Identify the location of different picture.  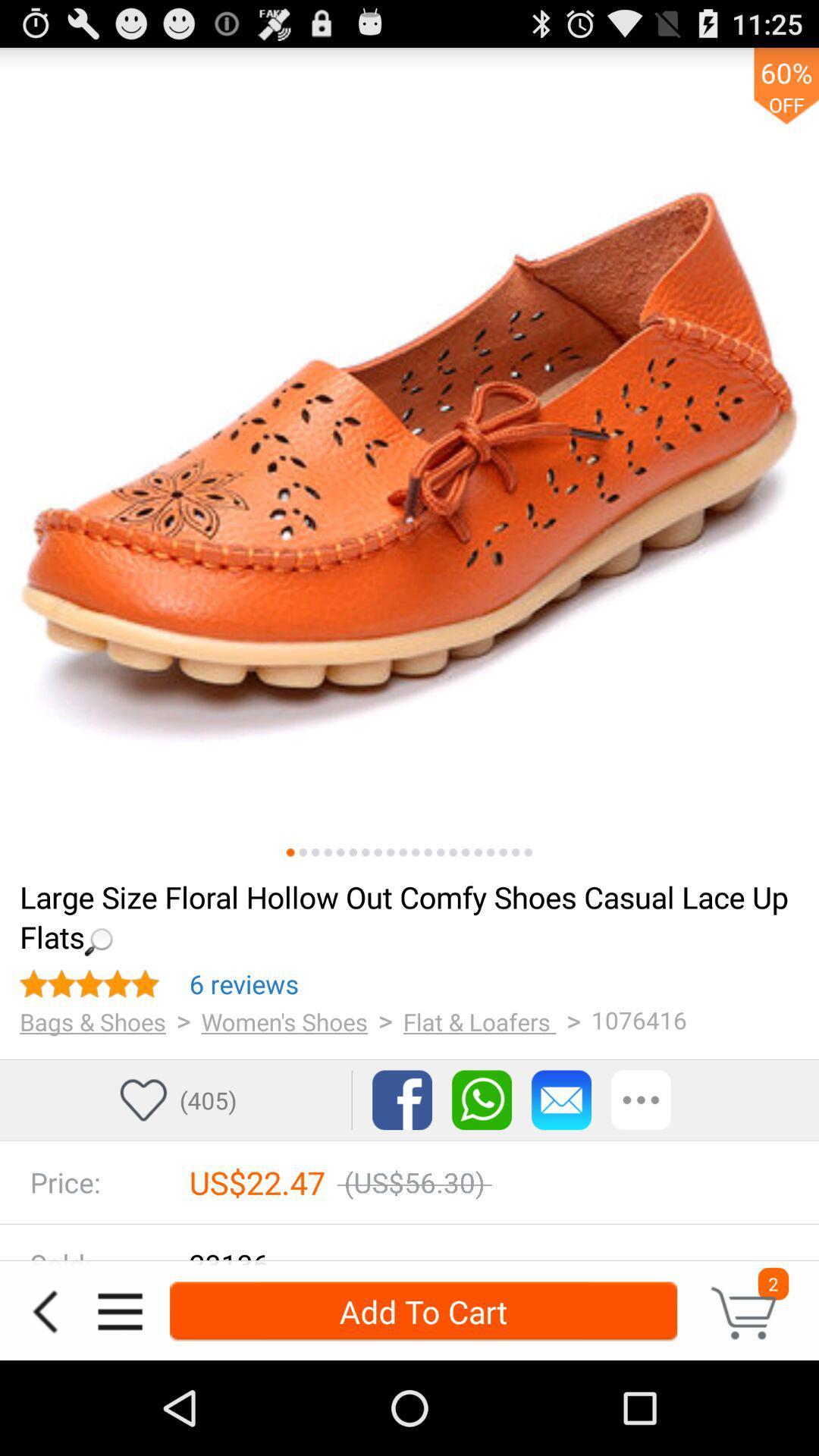
(353, 852).